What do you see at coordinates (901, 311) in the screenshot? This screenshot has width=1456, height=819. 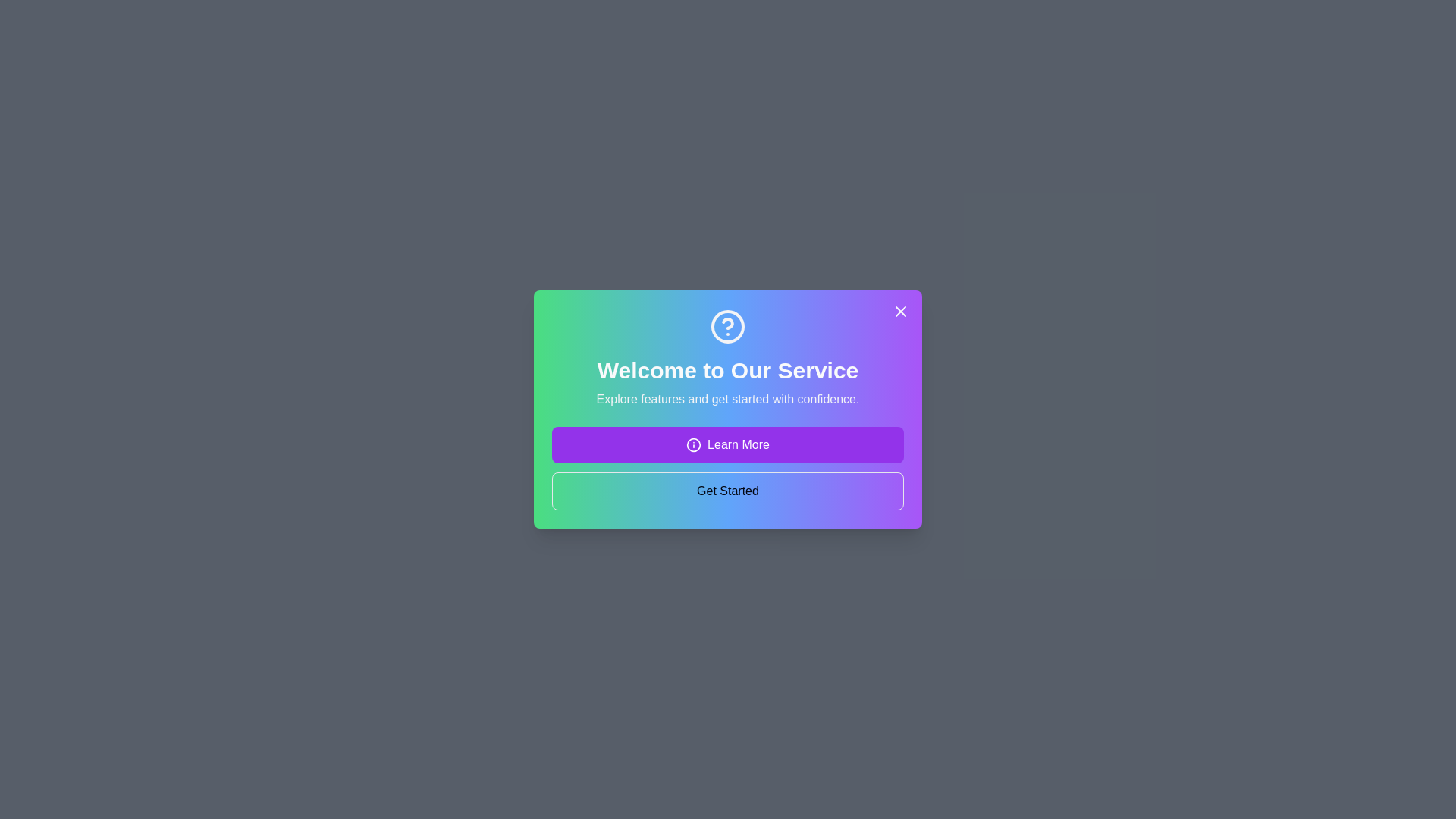 I see `the close button located at the top-right corner of the dialog` at bounding box center [901, 311].